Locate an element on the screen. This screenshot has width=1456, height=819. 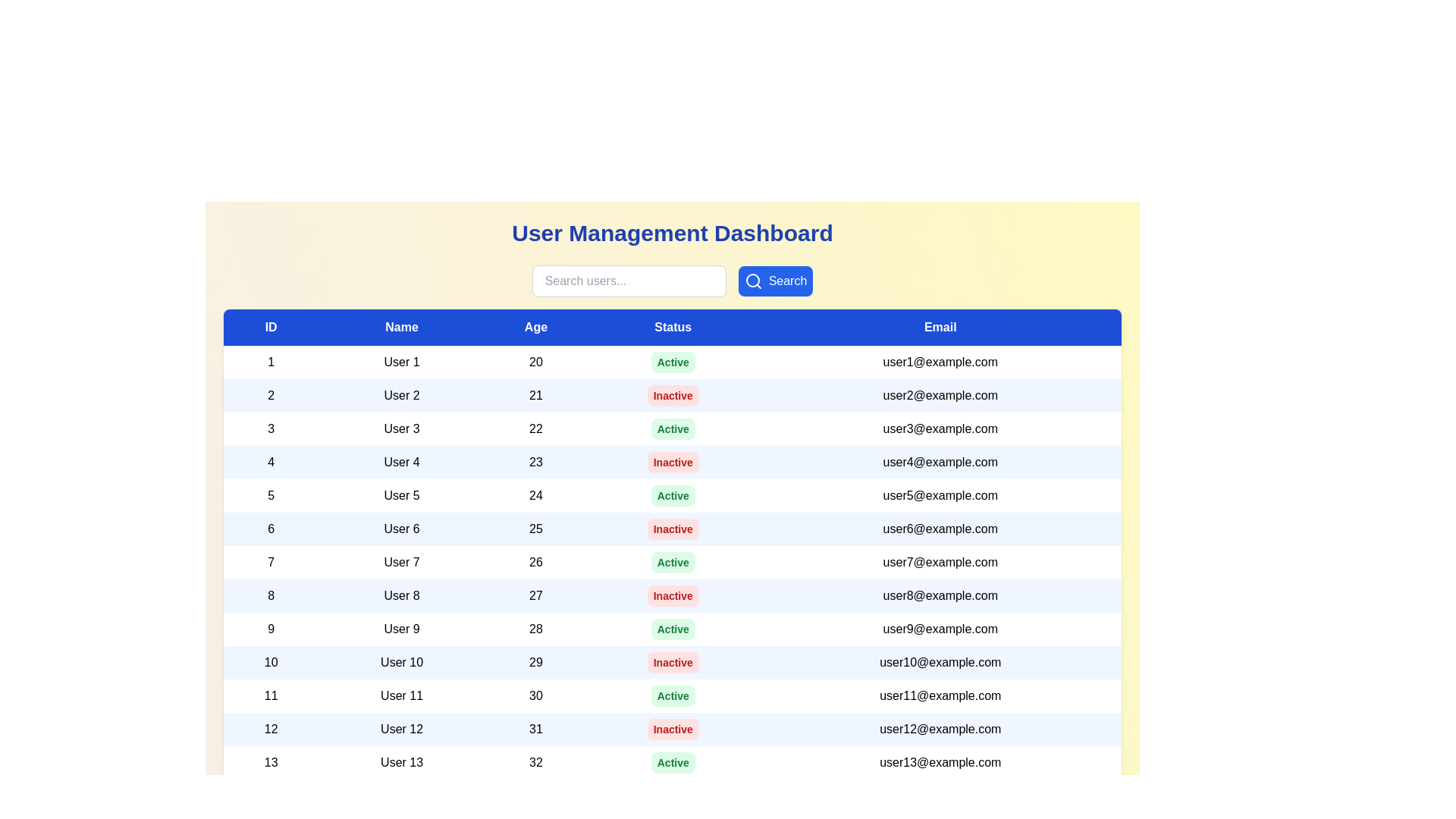
the column header Age to sort the table by that column is located at coordinates (535, 327).